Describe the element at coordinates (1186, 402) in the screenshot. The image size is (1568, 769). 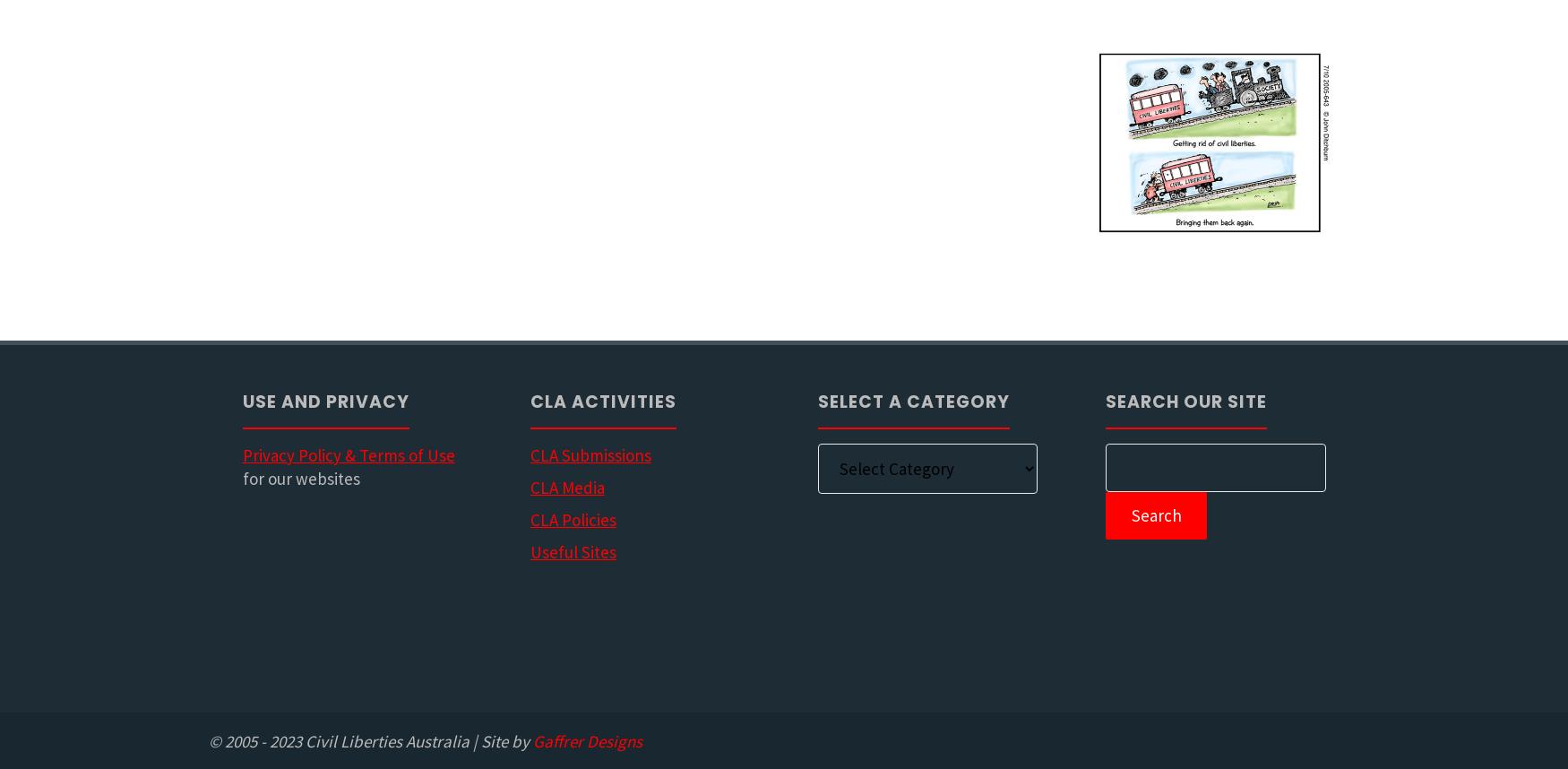
I see `'Search our site'` at that location.